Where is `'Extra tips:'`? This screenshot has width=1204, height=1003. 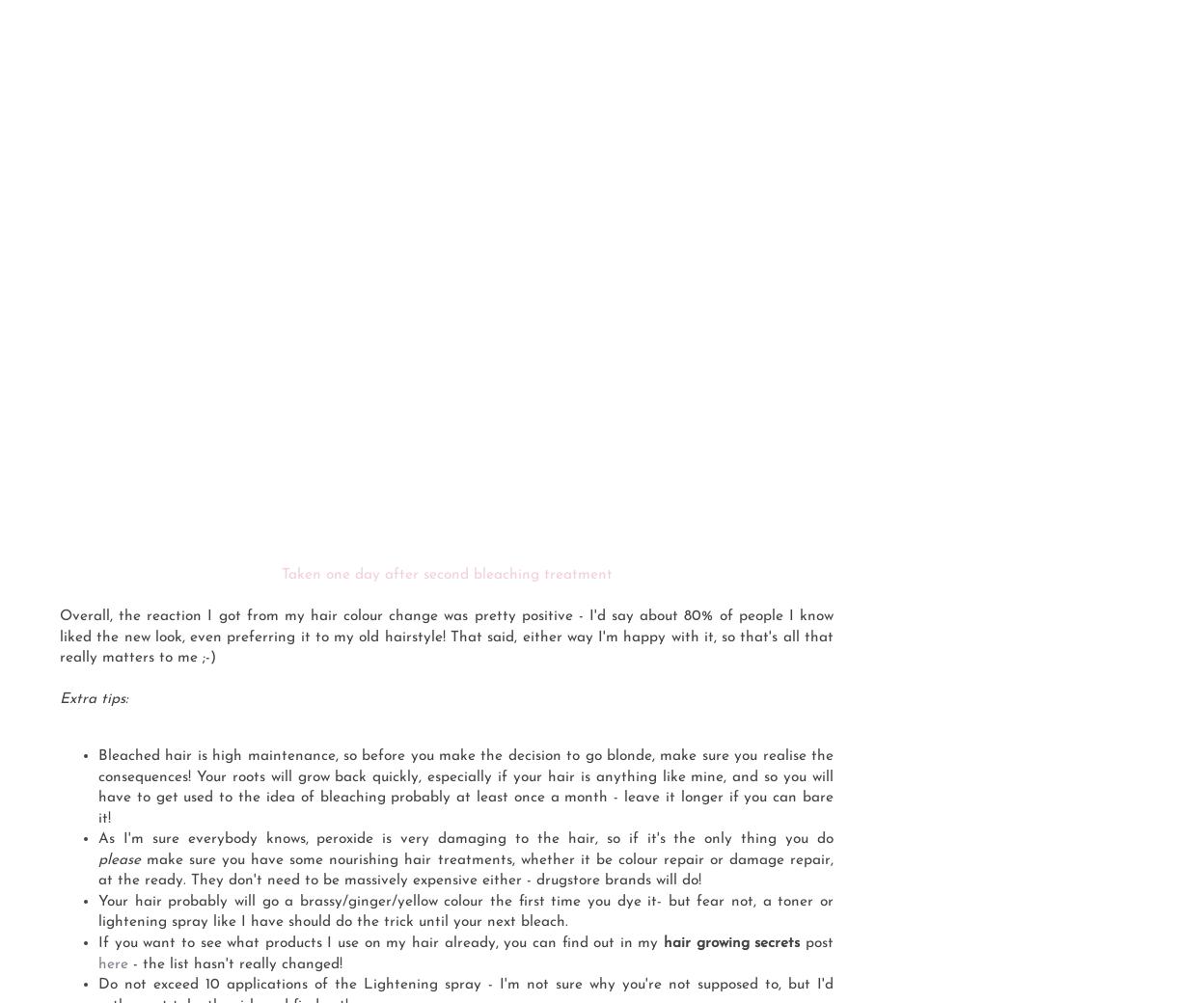 'Extra tips:' is located at coordinates (93, 698).